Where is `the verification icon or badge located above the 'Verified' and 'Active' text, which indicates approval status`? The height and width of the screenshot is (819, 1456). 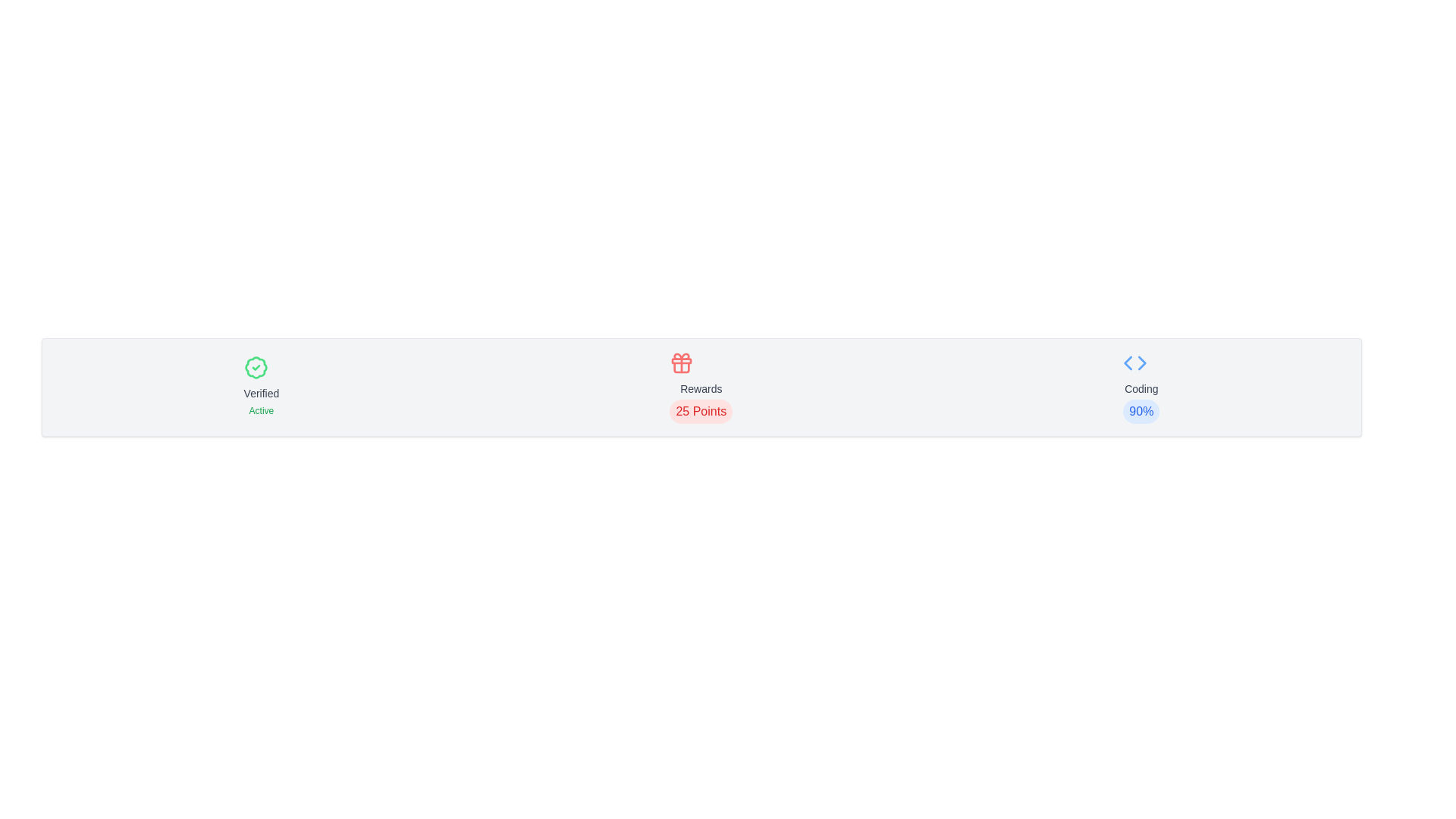
the verification icon or badge located above the 'Verified' and 'Active' text, which indicates approval status is located at coordinates (256, 368).